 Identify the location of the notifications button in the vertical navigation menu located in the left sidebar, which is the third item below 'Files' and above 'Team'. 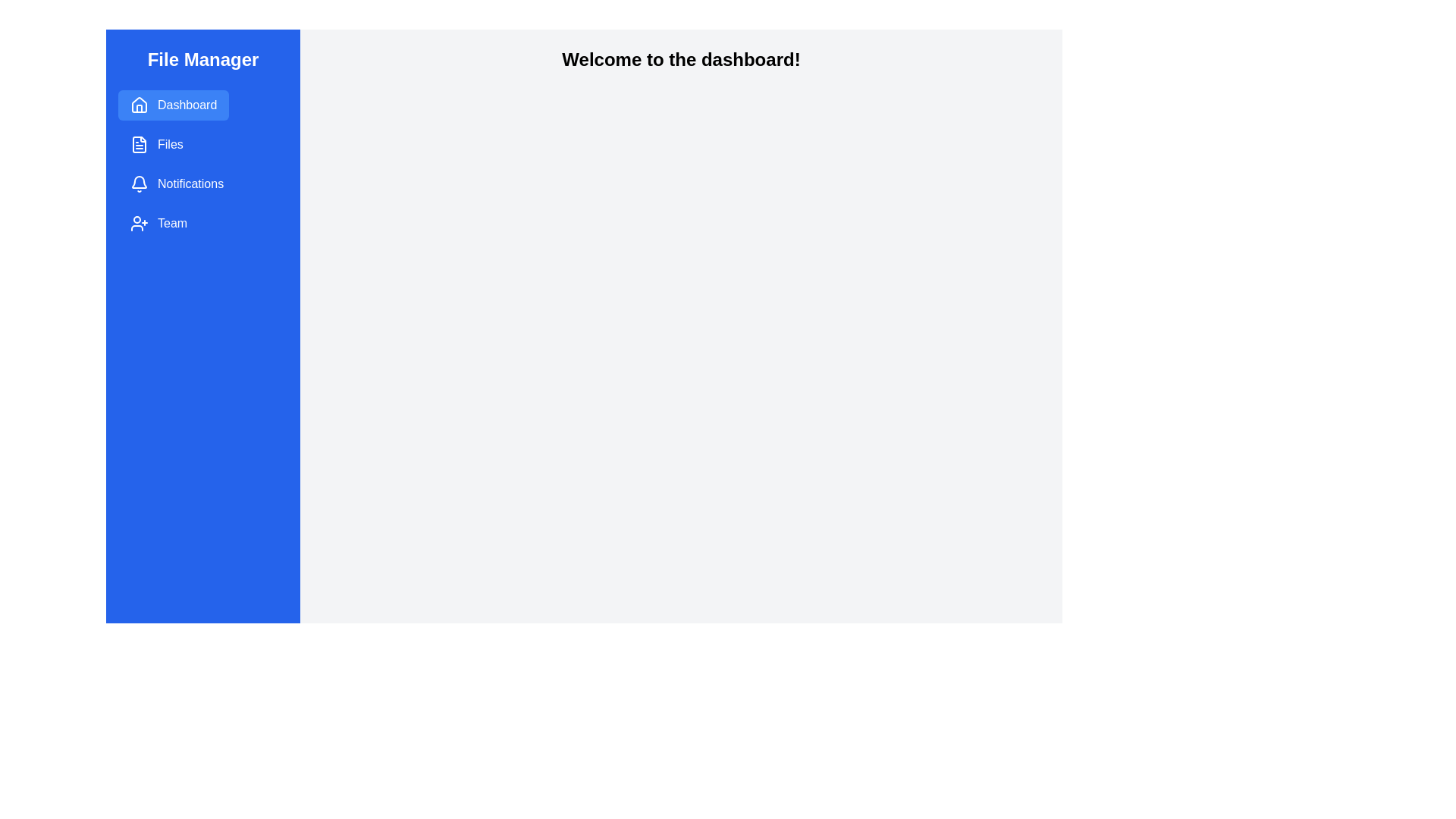
(177, 184).